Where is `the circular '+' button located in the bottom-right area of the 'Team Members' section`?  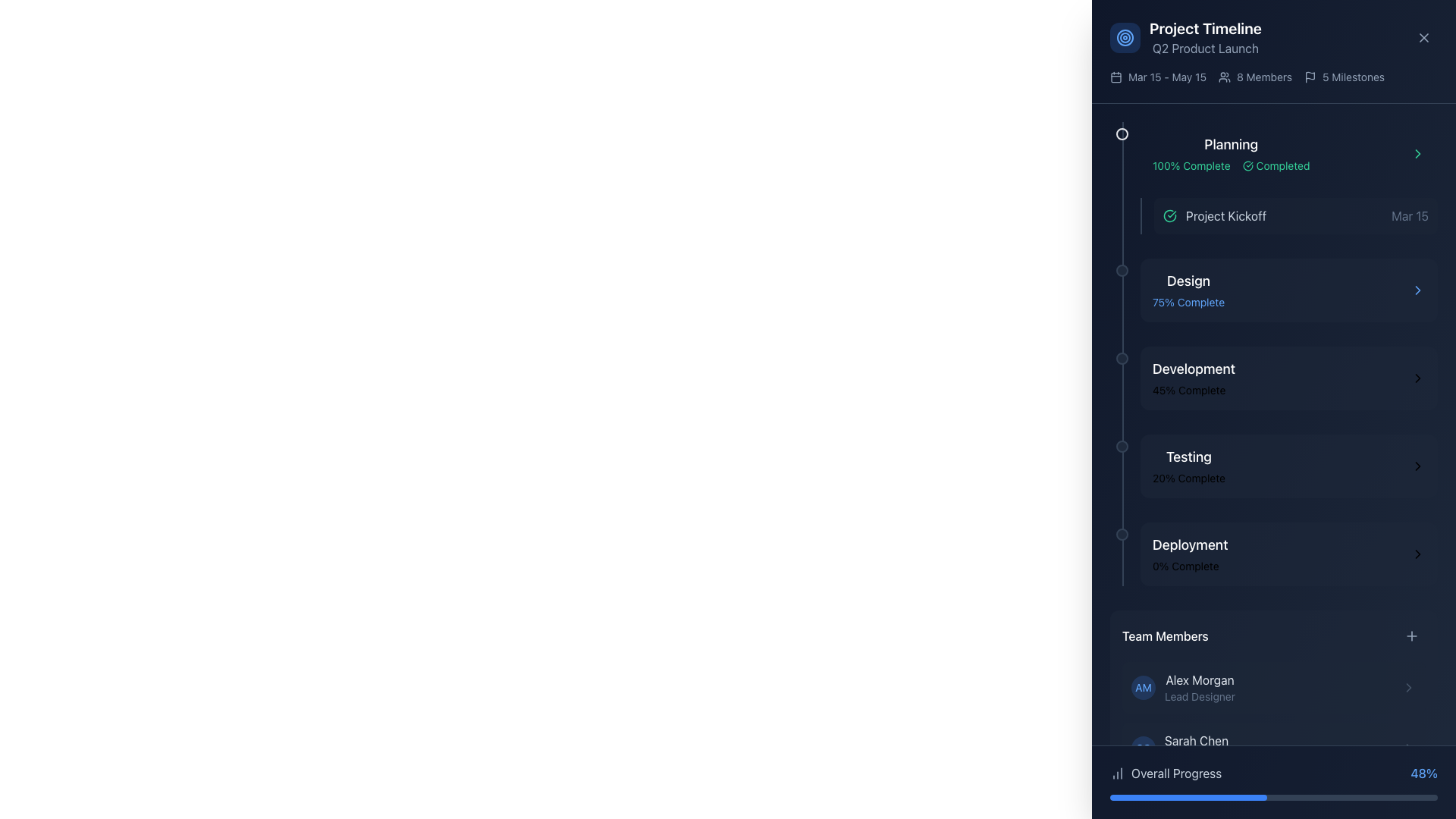 the circular '+' button located in the bottom-right area of the 'Team Members' section is located at coordinates (1411, 636).